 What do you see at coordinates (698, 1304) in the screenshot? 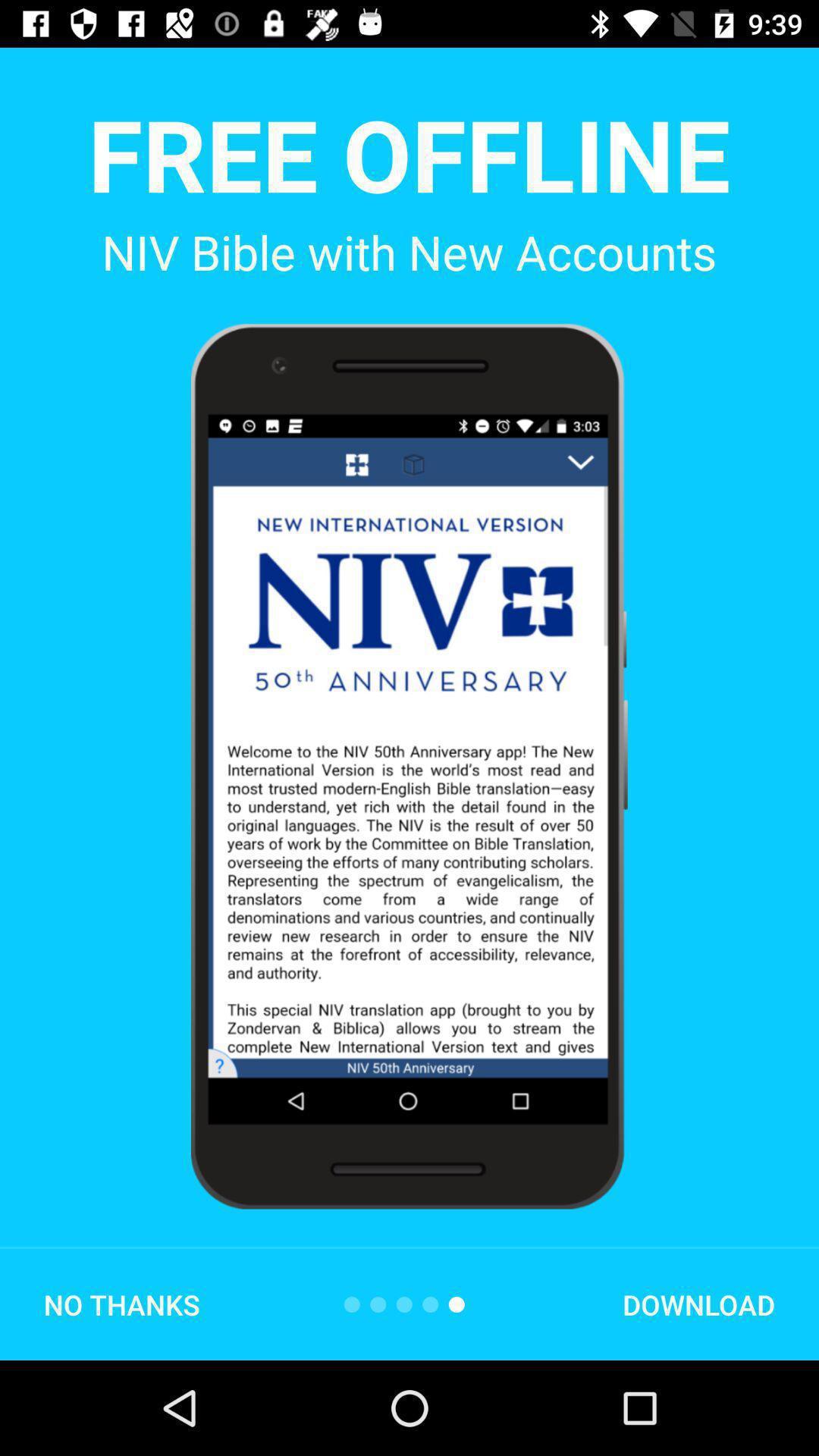
I see `the download at the bottom right corner` at bounding box center [698, 1304].